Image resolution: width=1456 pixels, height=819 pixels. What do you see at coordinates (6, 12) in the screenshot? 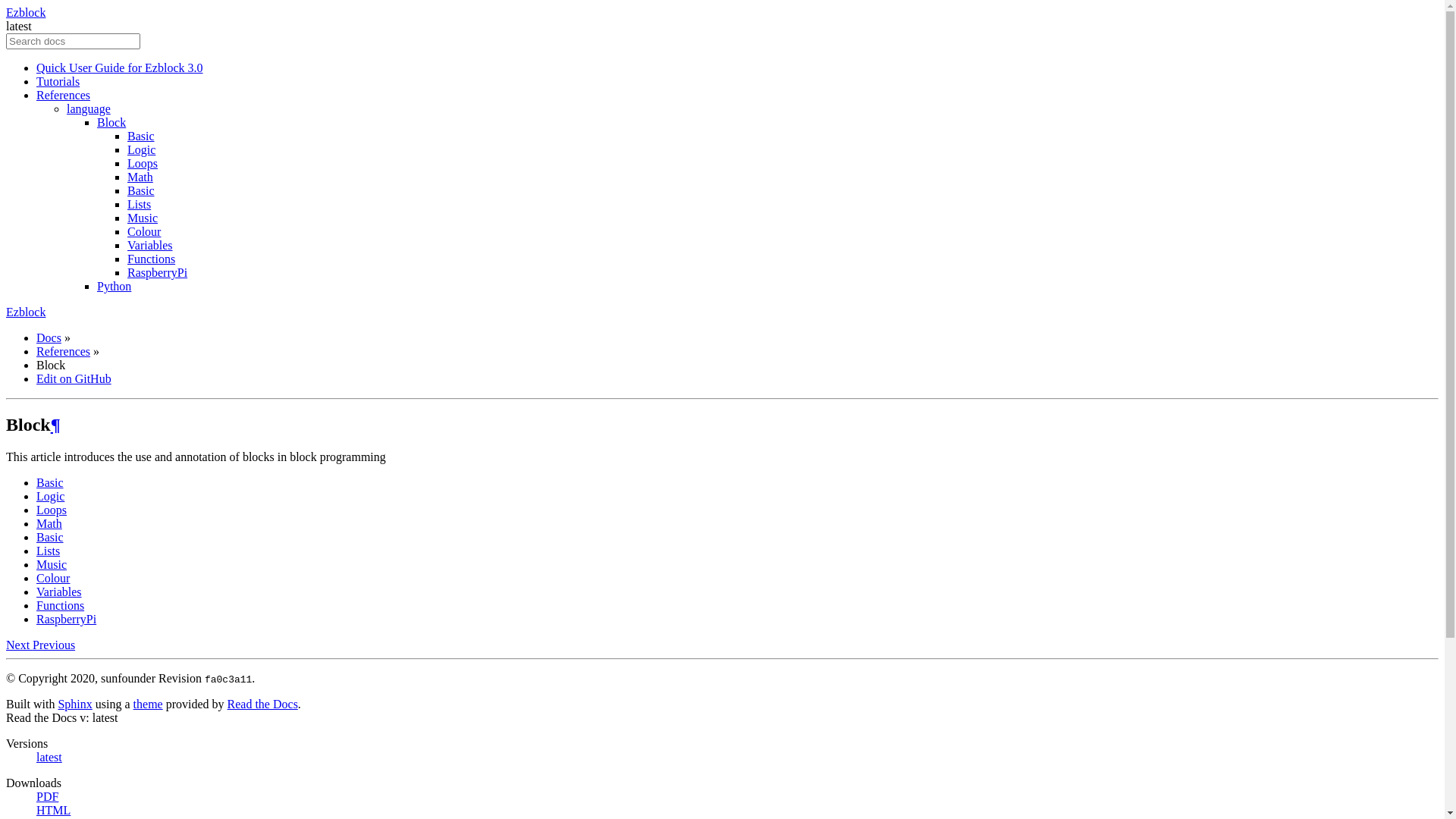
I see `'Ezblock'` at bounding box center [6, 12].